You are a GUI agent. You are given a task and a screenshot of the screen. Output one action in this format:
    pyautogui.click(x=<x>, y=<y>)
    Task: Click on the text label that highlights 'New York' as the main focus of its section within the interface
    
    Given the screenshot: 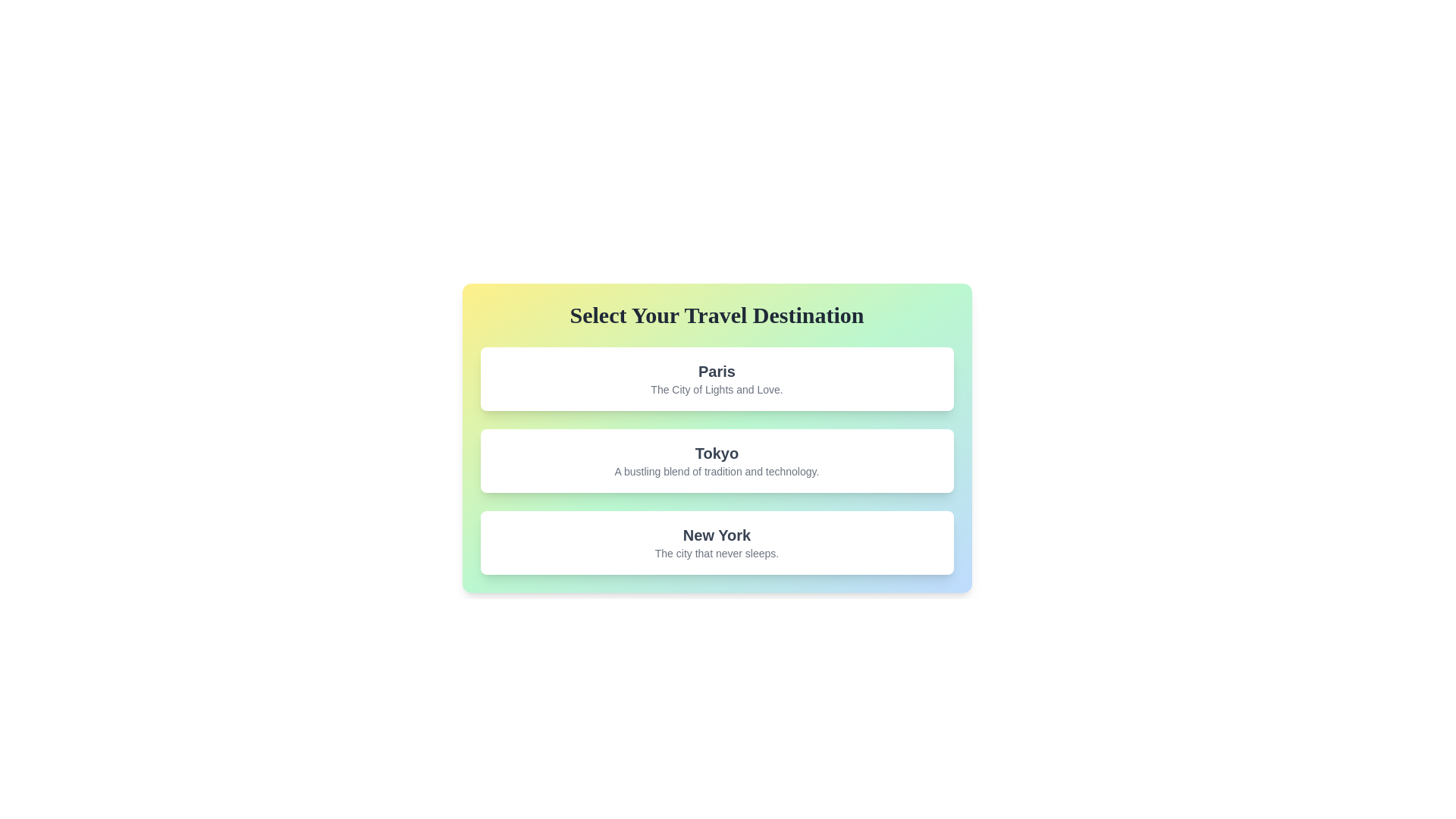 What is the action you would take?
    pyautogui.click(x=716, y=534)
    